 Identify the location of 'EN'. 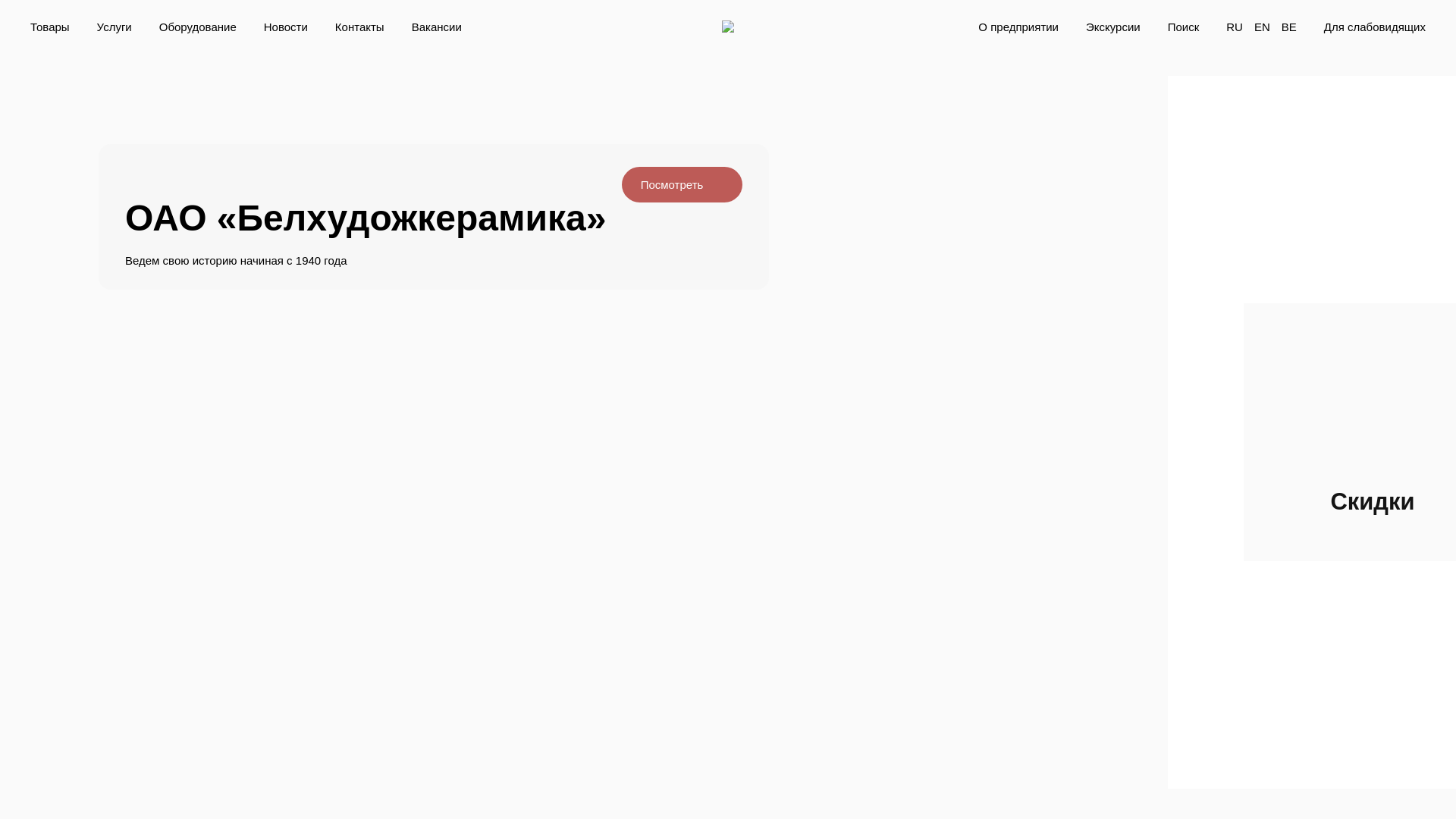
(1262, 26).